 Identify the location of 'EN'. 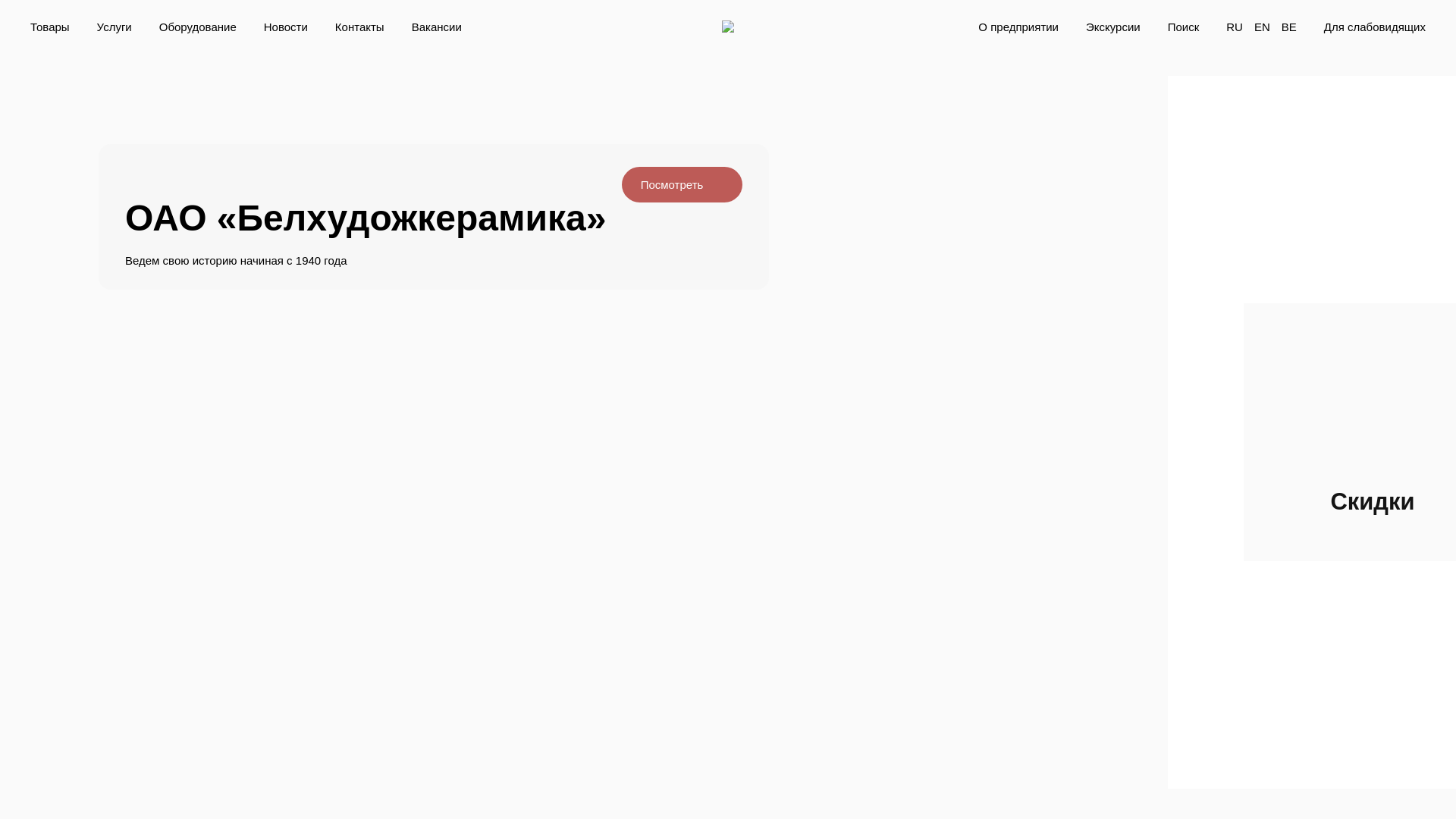
(1262, 26).